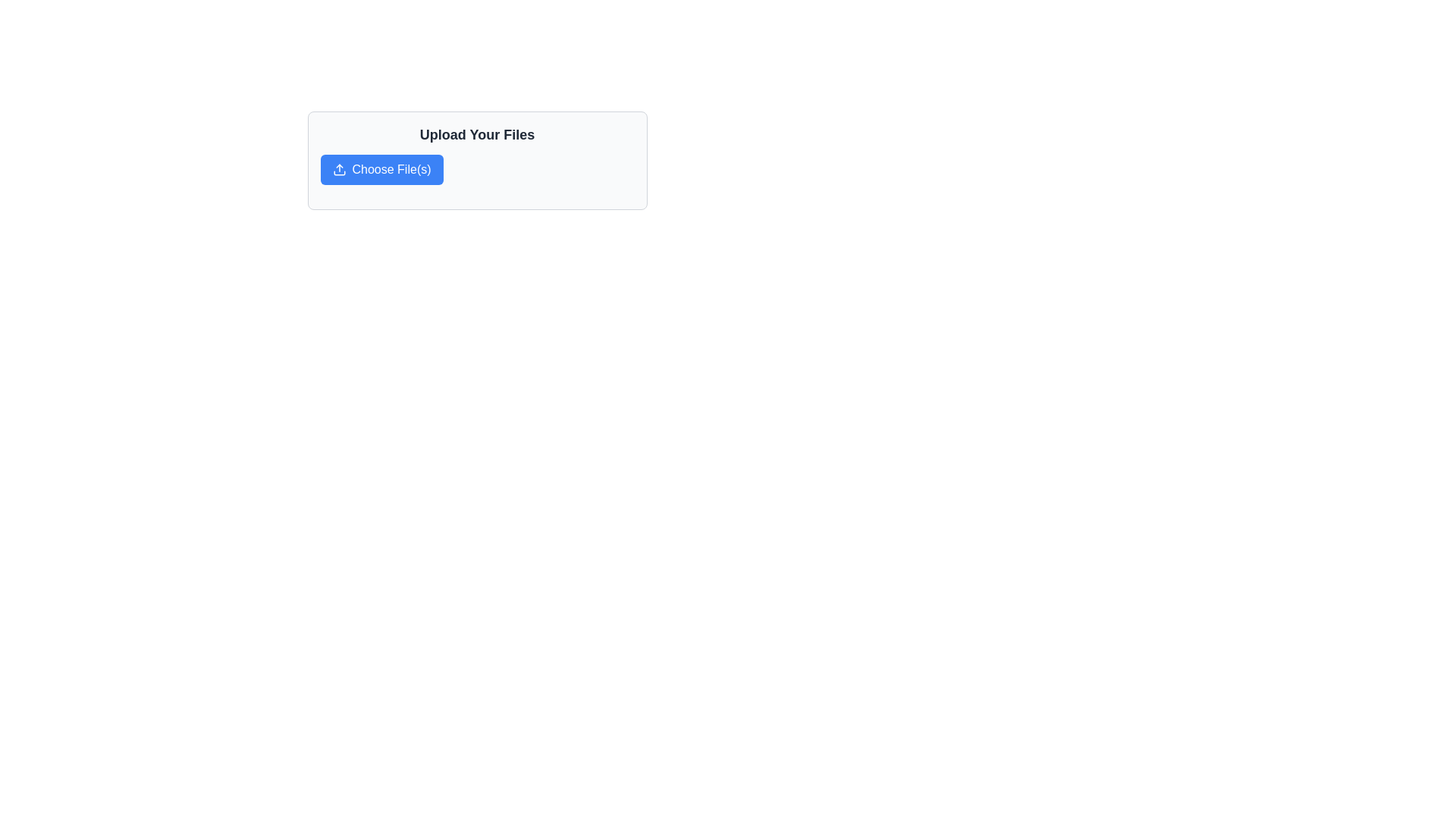 Image resolution: width=1456 pixels, height=819 pixels. Describe the element at coordinates (338, 169) in the screenshot. I see `the SVG upload icon within the 'Choose File(s)' button` at that location.